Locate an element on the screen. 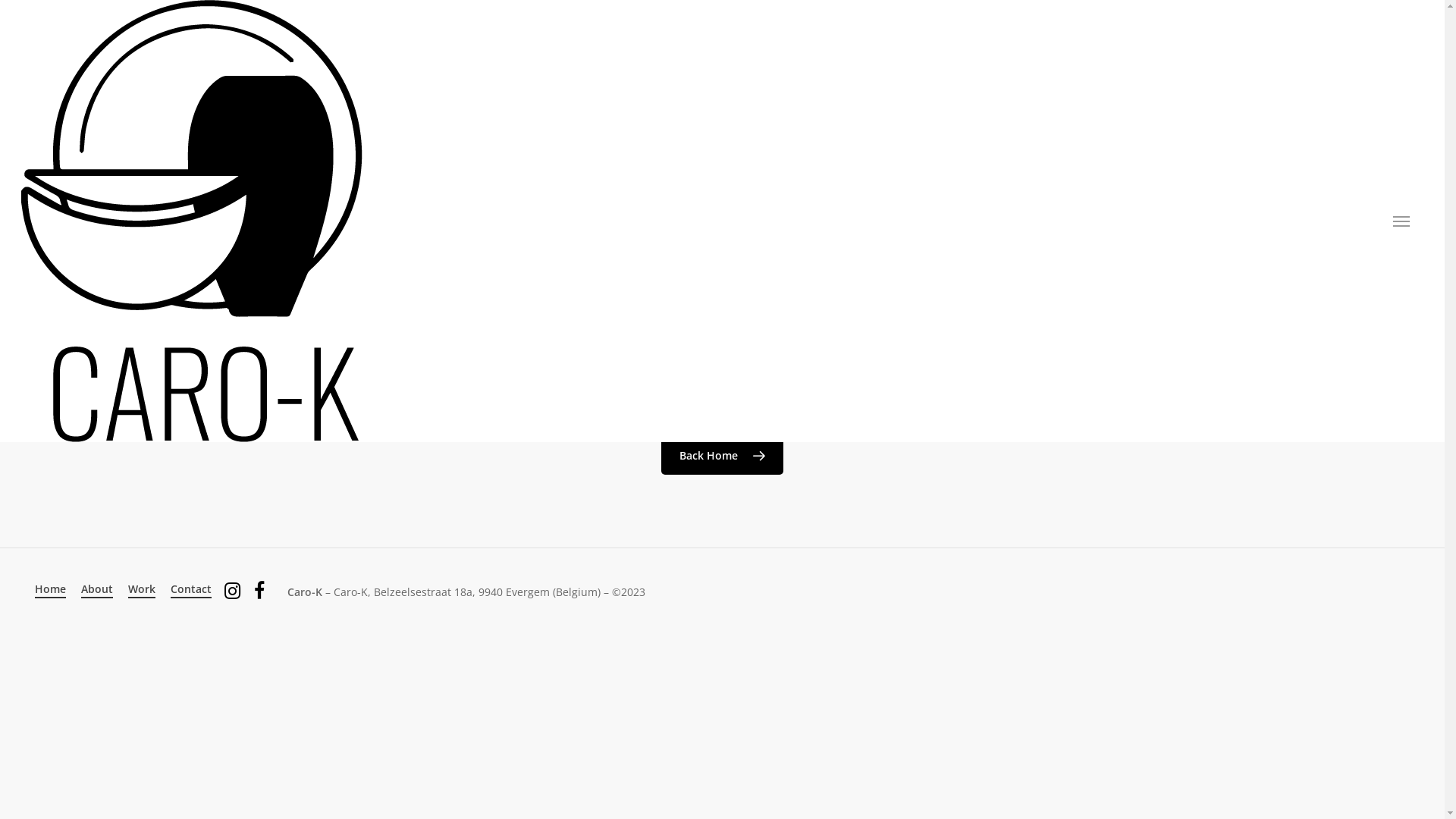 The height and width of the screenshot is (819, 1456). 'Work' is located at coordinates (142, 588).